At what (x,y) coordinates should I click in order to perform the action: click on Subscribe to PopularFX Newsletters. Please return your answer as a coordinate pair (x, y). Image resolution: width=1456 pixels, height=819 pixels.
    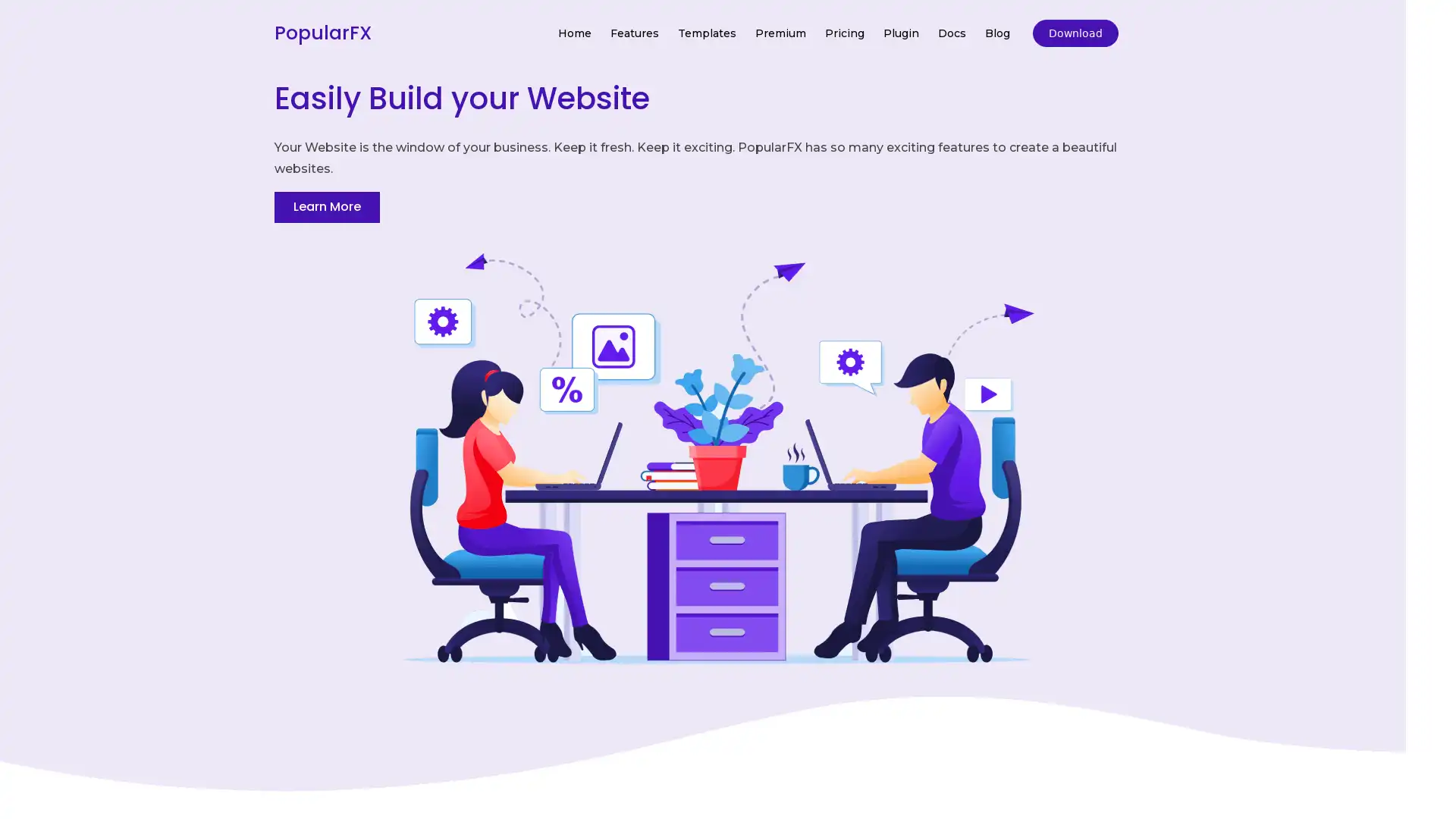
    Looking at the image, I should click on (726, 380).